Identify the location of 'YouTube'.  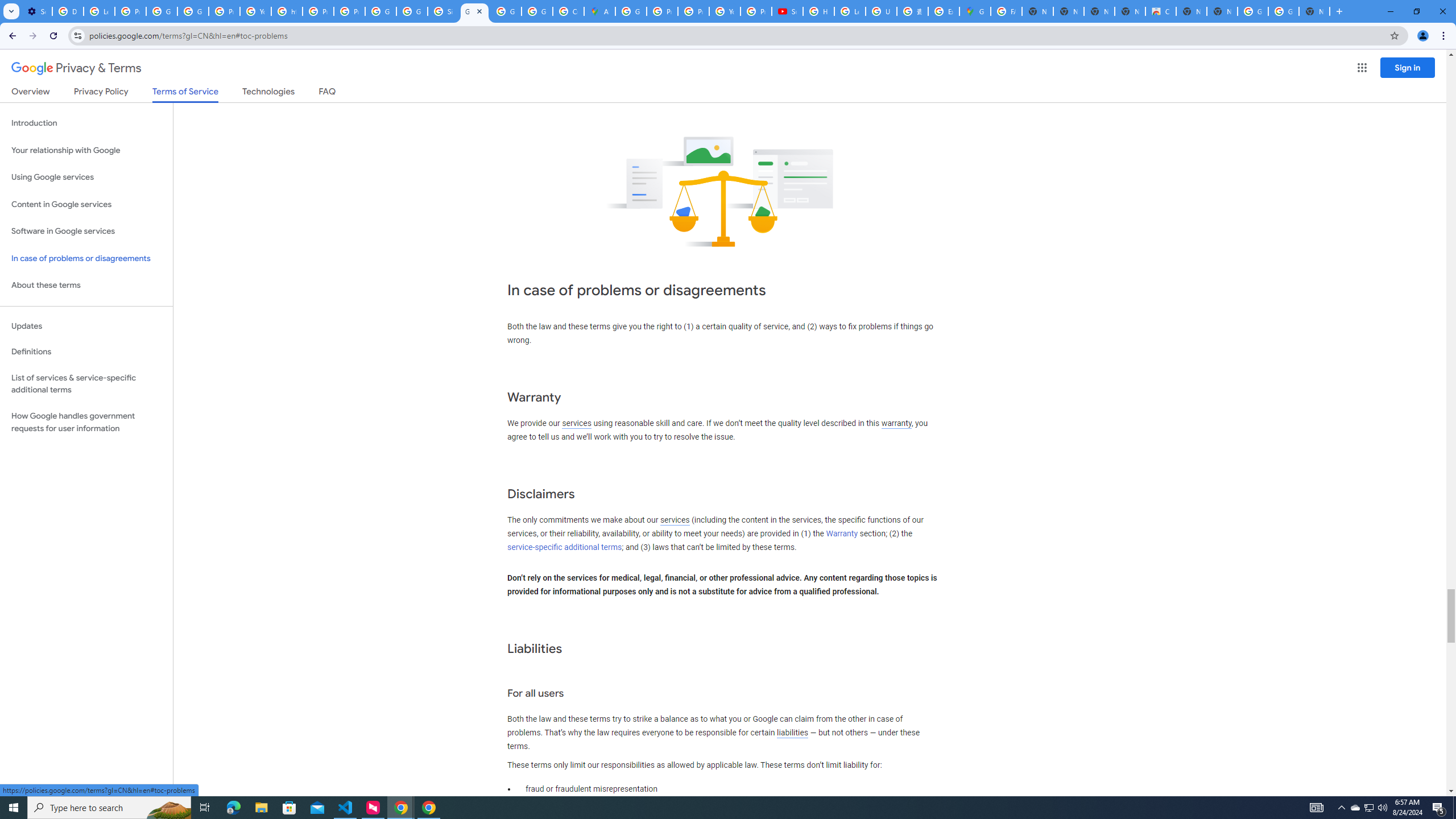
(724, 11).